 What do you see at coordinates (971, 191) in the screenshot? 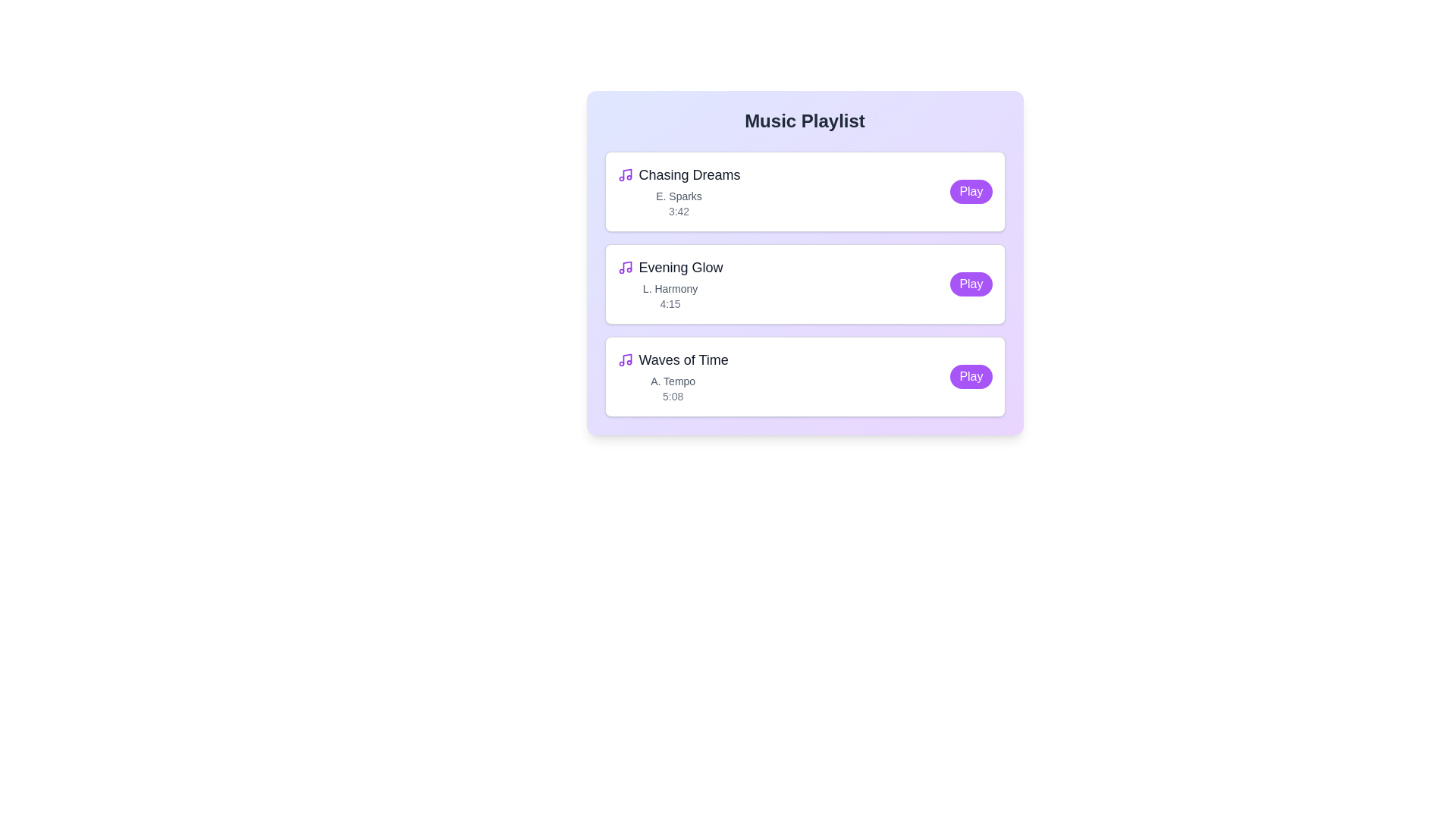
I see `the 'Play' button for the track Chasing Dreams` at bounding box center [971, 191].